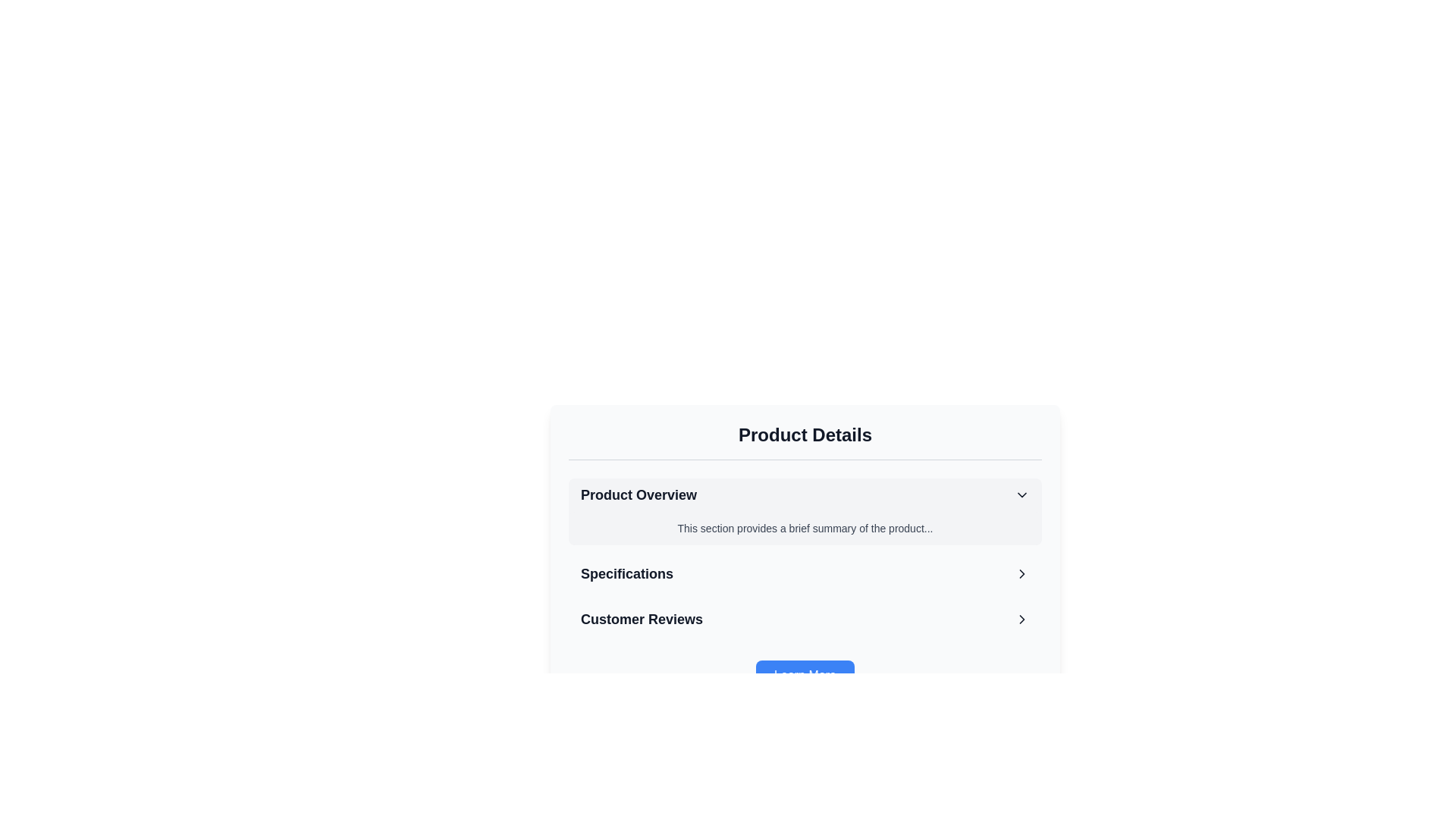 This screenshot has height=819, width=1456. Describe the element at coordinates (1022, 573) in the screenshot. I see `the right-facing chevron icon used for navigating or expanding sections located in the Specification section of the interface` at that location.